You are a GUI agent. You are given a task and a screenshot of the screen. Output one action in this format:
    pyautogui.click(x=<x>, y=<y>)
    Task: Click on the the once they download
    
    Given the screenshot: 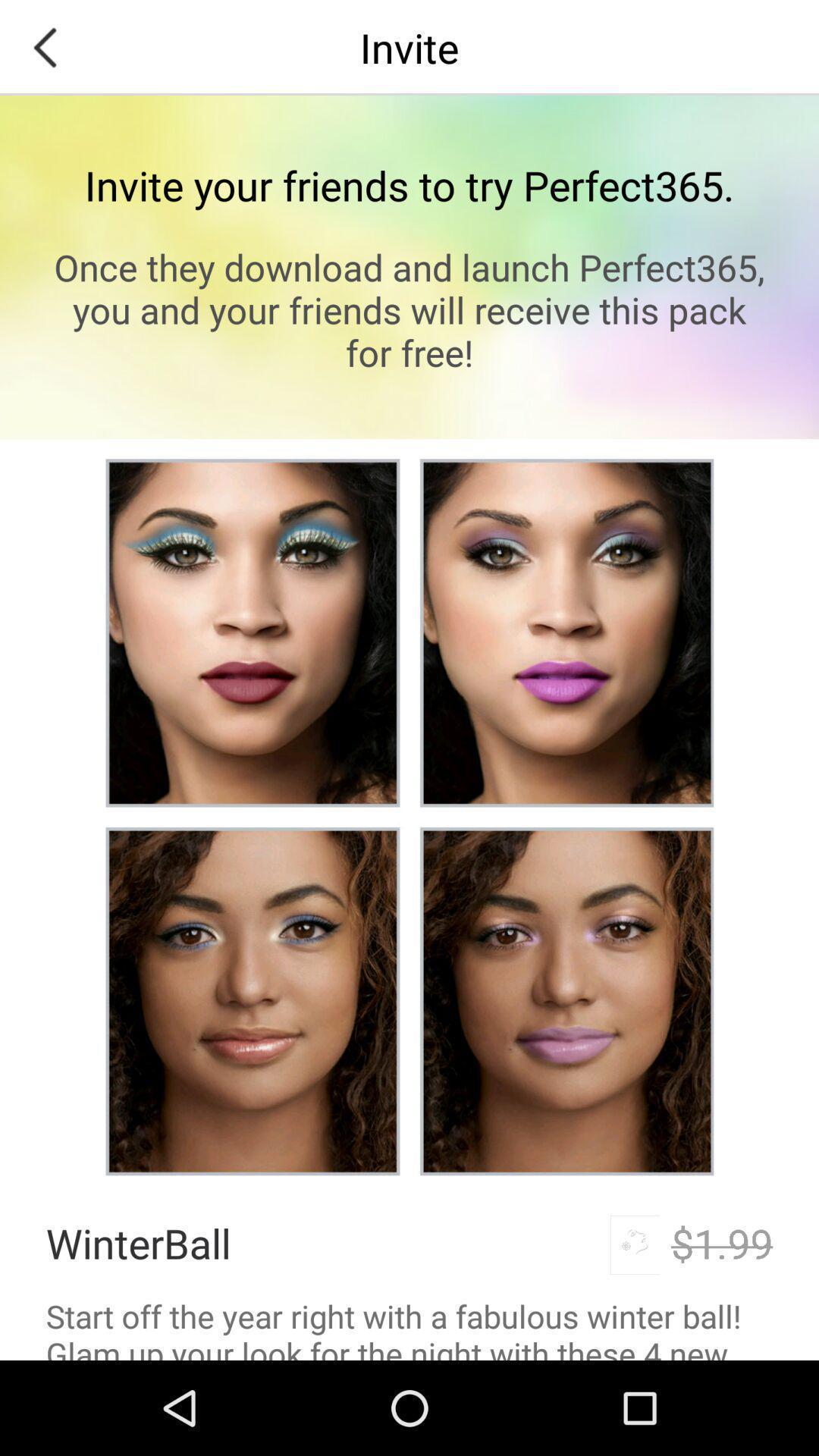 What is the action you would take?
    pyautogui.click(x=409, y=309)
    